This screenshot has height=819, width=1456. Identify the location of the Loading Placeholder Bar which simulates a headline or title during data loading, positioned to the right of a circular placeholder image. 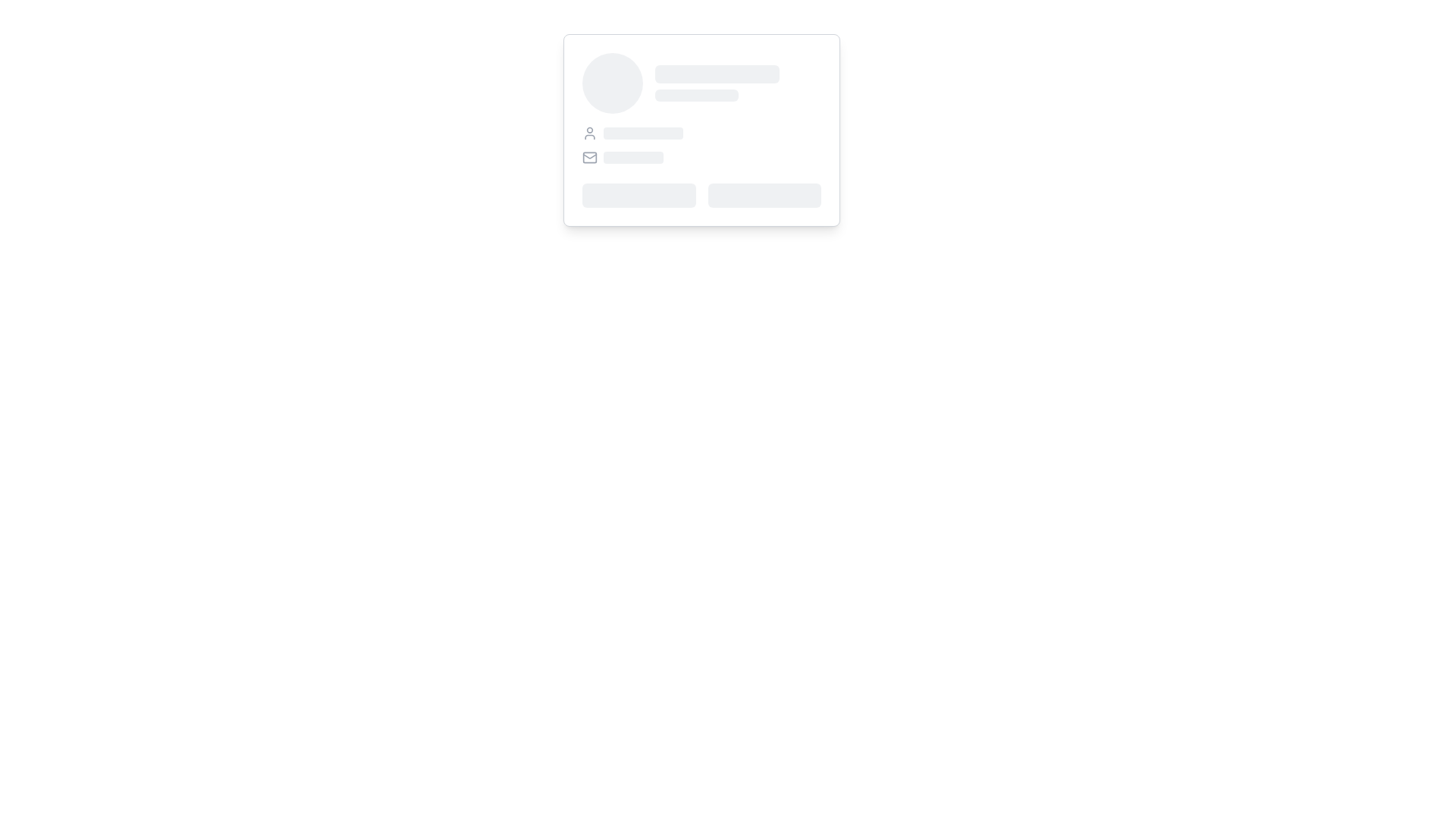
(738, 83).